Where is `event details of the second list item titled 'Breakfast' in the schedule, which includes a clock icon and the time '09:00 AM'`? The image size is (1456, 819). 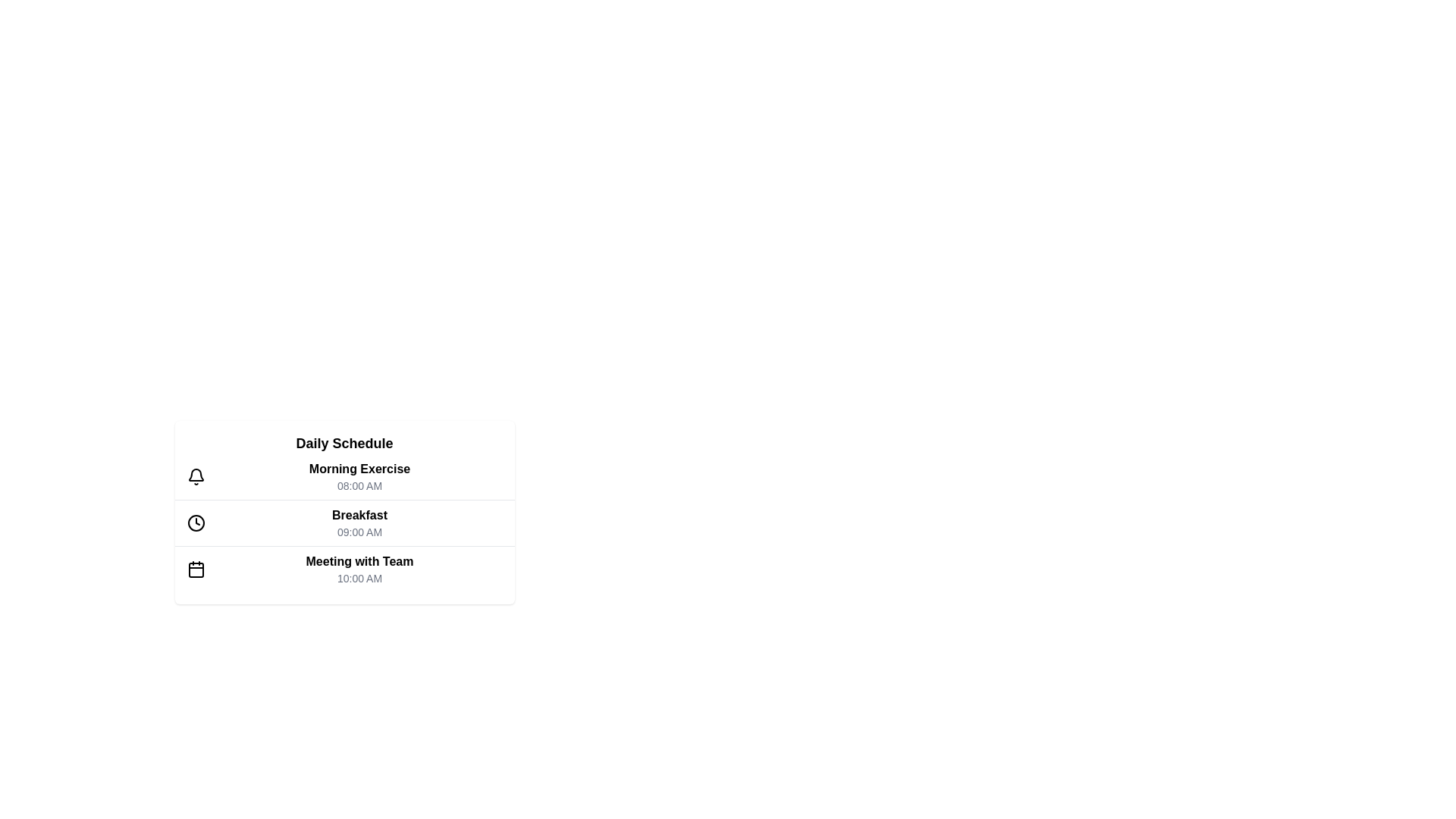 event details of the second list item titled 'Breakfast' in the schedule, which includes a clock icon and the time '09:00 AM' is located at coordinates (344, 522).